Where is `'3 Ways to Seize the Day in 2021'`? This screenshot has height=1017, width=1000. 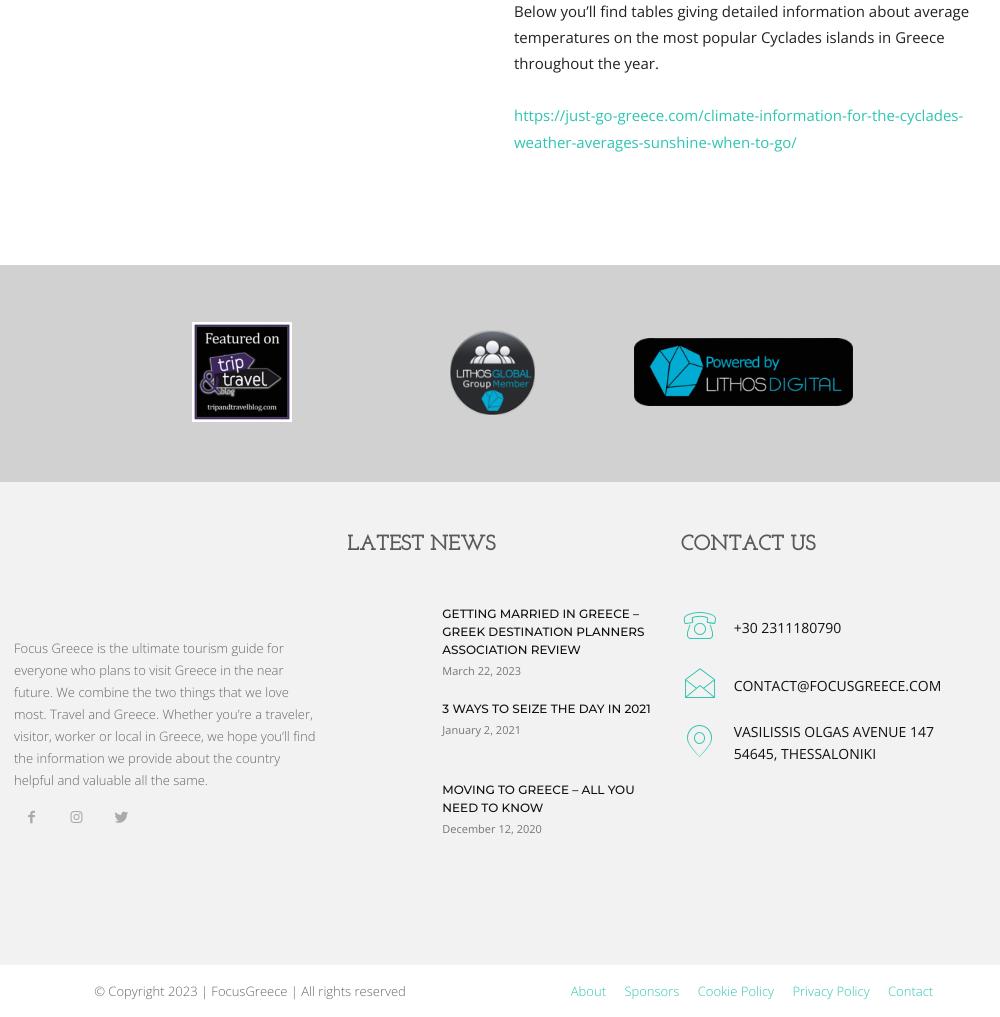
'3 Ways to Seize the Day in 2021' is located at coordinates (441, 707).